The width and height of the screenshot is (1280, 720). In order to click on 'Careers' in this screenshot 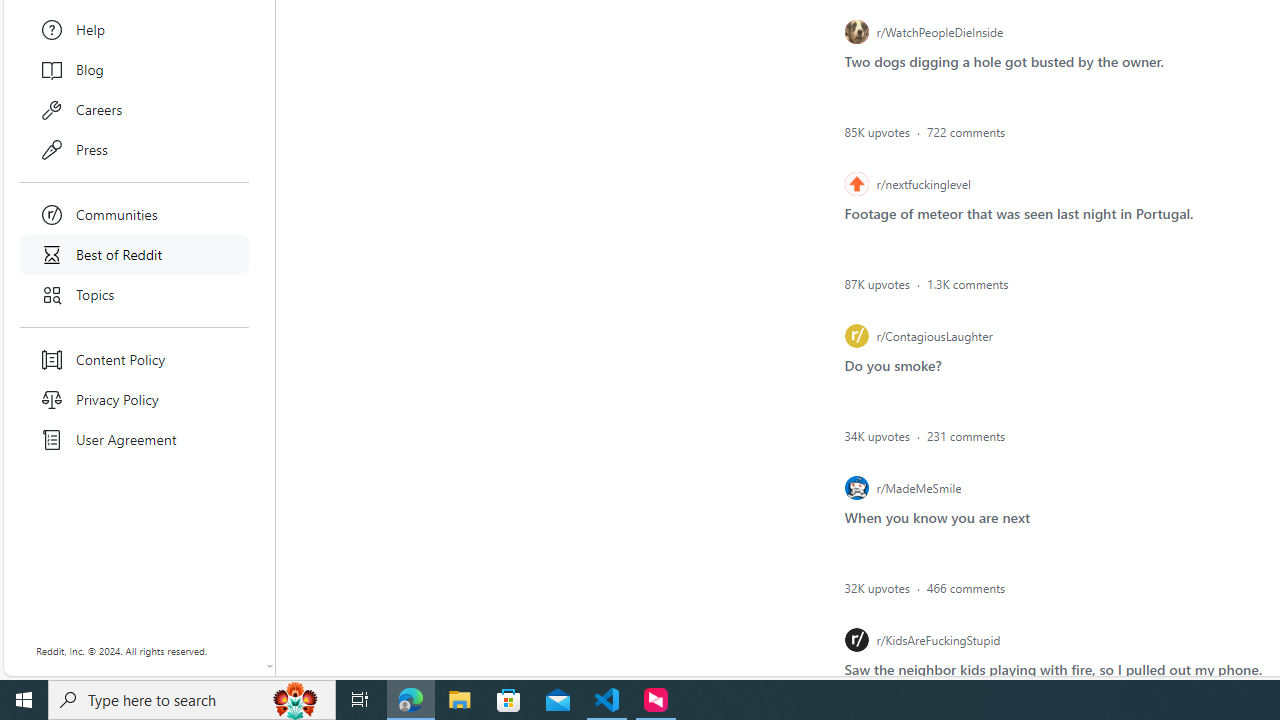, I will do `click(134, 110)`.